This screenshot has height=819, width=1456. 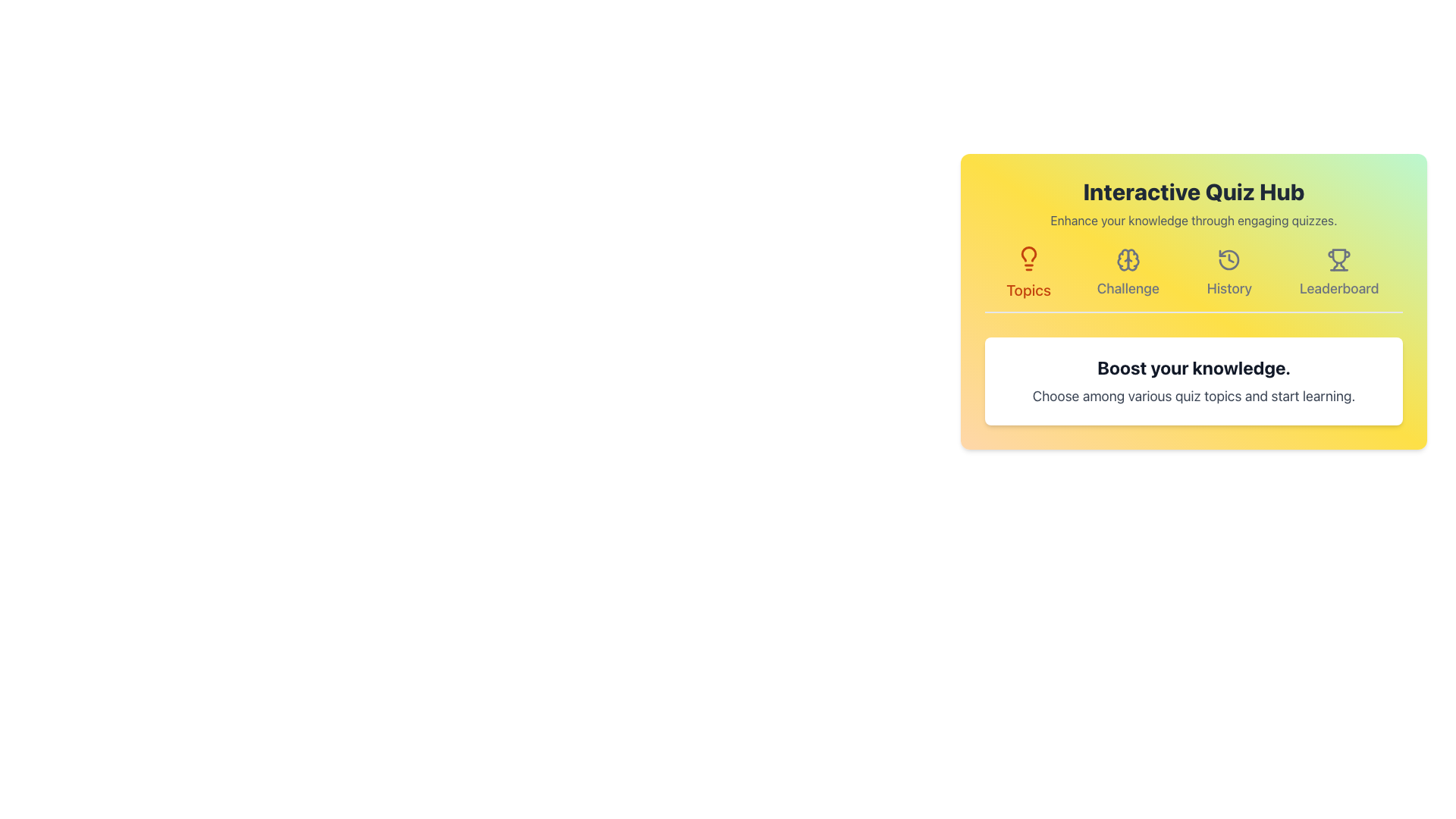 What do you see at coordinates (1123, 259) in the screenshot?
I see `the left-side curve of the brain-shaped icon in the 'Challenge' section's navigation bar of the 'Interactive Quiz Hub' interface` at bounding box center [1123, 259].